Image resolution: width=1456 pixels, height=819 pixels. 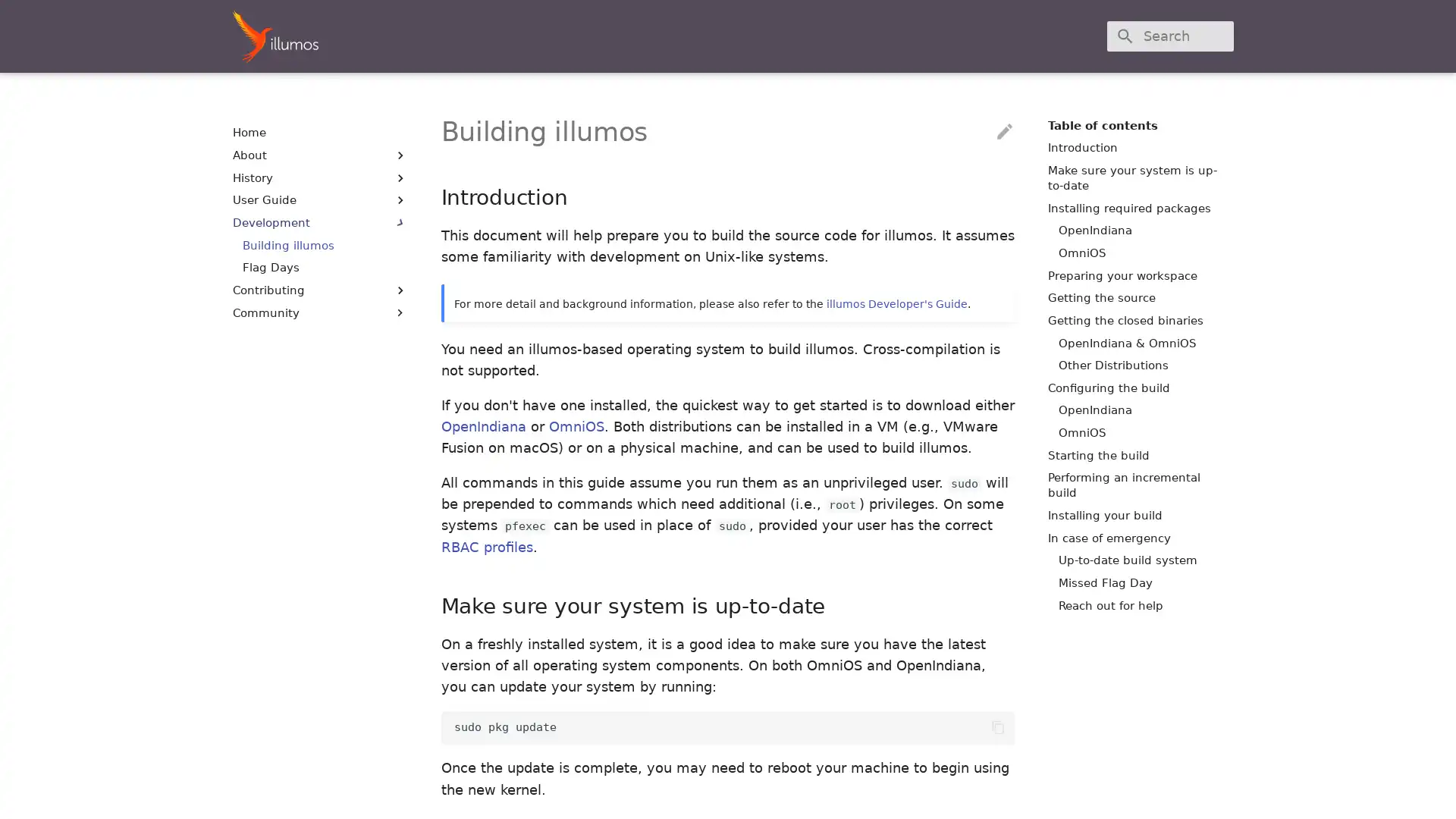 What do you see at coordinates (997, 726) in the screenshot?
I see `Copy to clipboard` at bounding box center [997, 726].